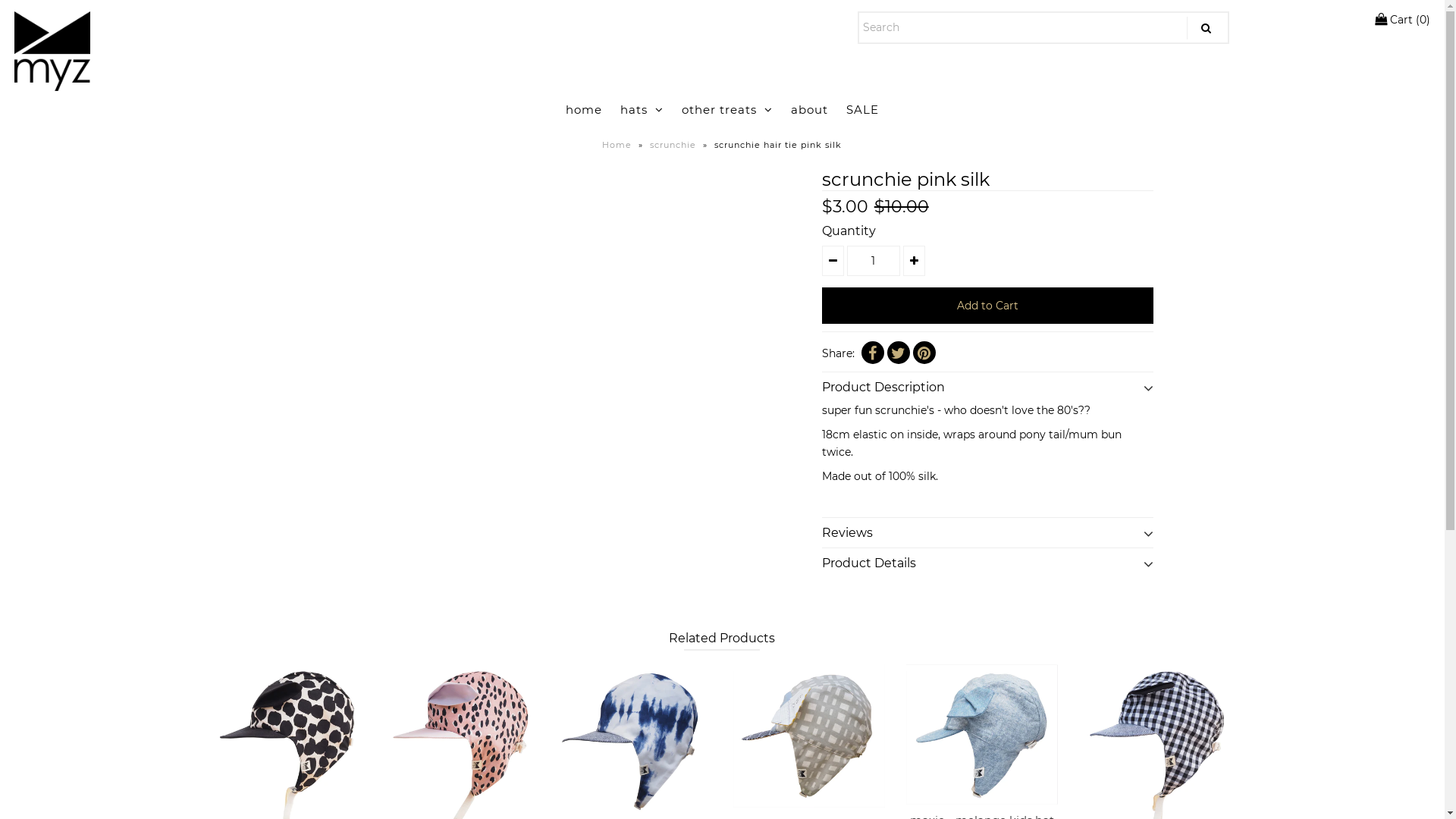  What do you see at coordinates (987, 305) in the screenshot?
I see `'Add to Cart'` at bounding box center [987, 305].